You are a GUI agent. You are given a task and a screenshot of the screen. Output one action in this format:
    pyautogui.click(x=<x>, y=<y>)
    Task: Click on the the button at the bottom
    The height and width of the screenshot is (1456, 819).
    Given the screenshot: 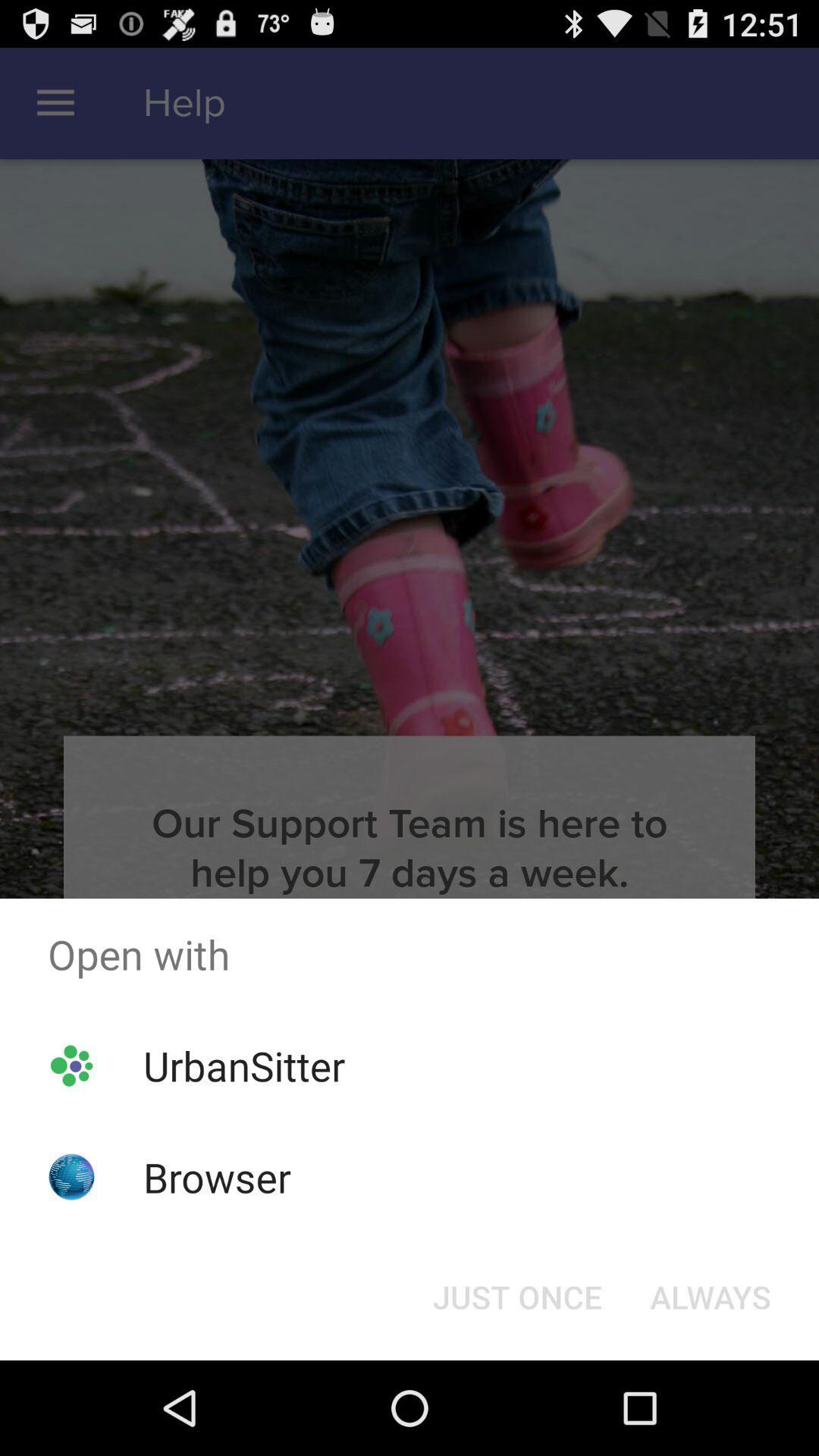 What is the action you would take?
    pyautogui.click(x=516, y=1295)
    